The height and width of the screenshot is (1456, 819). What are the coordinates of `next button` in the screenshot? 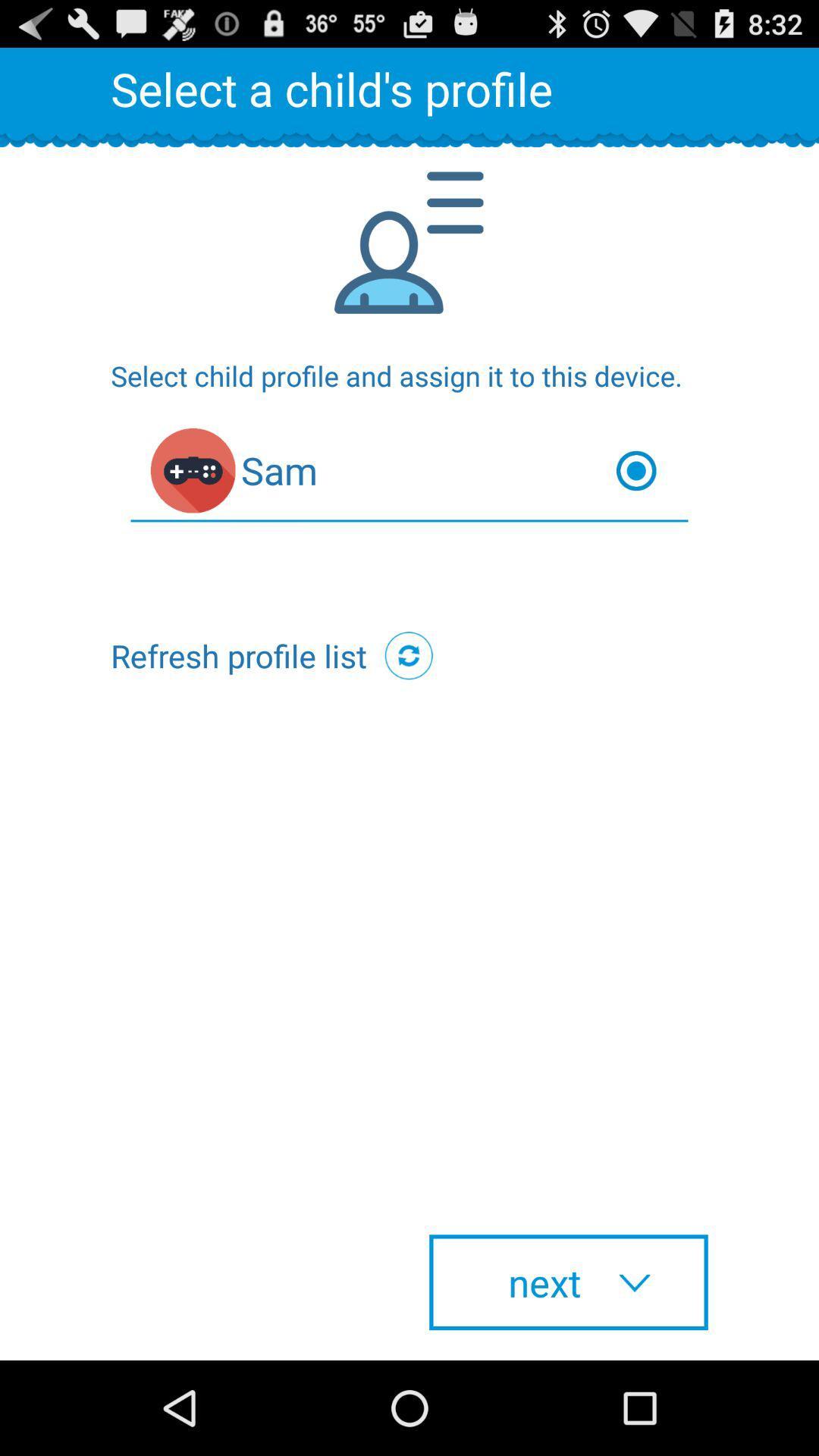 It's located at (568, 1282).